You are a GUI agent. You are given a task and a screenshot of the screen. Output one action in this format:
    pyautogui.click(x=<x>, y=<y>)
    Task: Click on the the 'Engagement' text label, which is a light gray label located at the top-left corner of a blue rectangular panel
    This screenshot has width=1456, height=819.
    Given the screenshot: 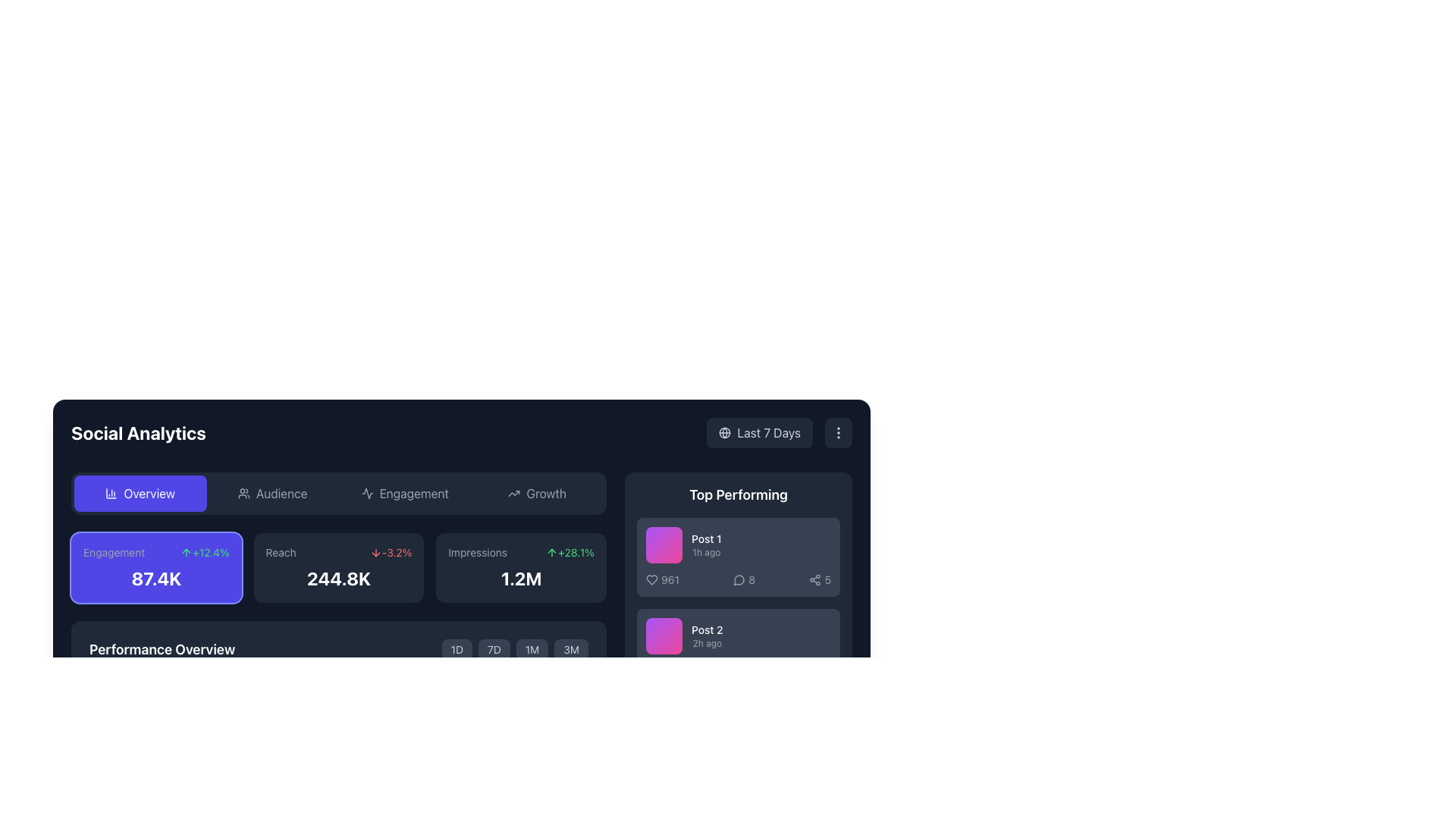 What is the action you would take?
    pyautogui.click(x=113, y=553)
    